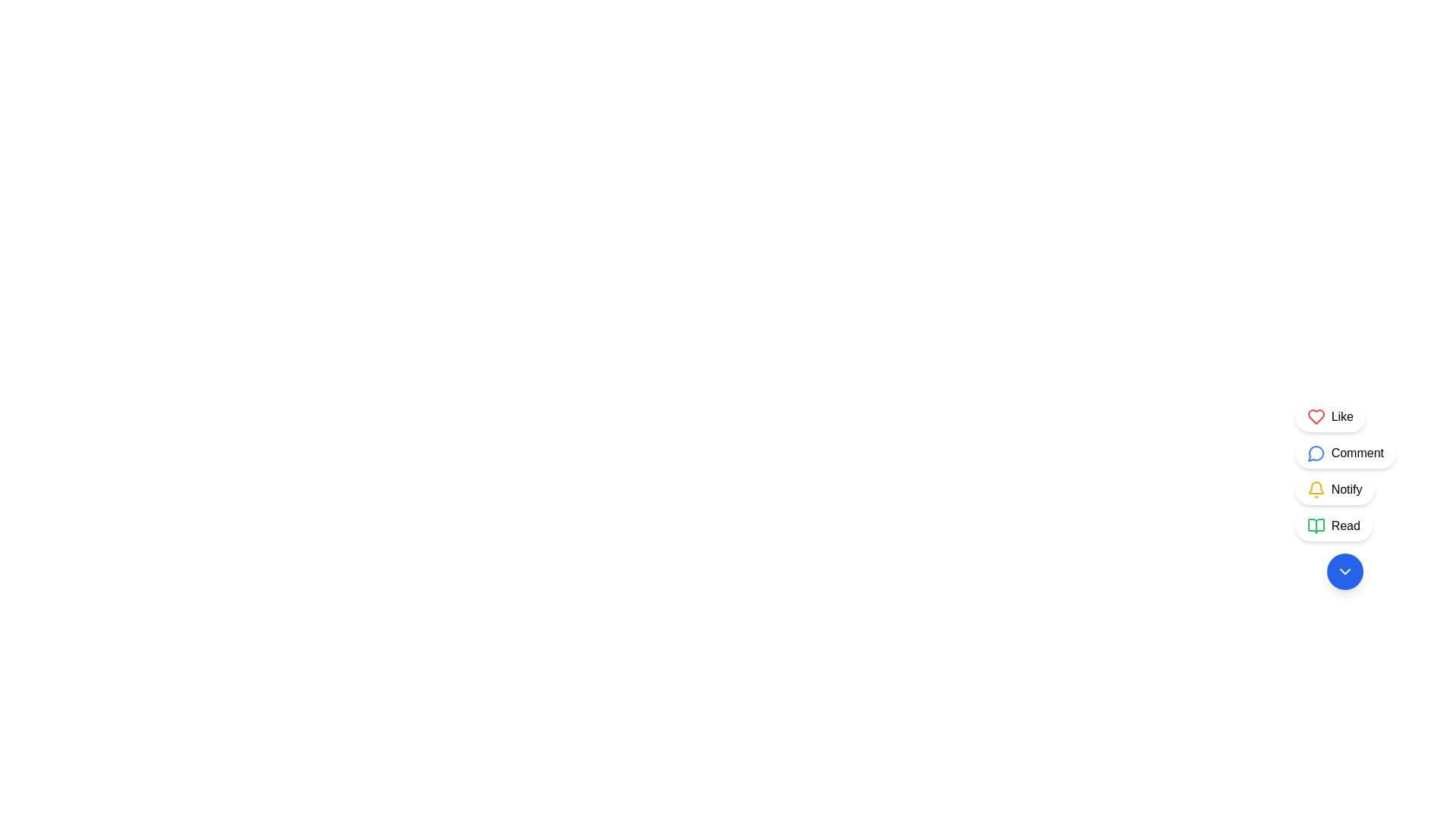 This screenshot has width=1456, height=819. Describe the element at coordinates (1315, 453) in the screenshot. I see `the chat icon located in the right-hand vertical menu, second from the top` at that location.